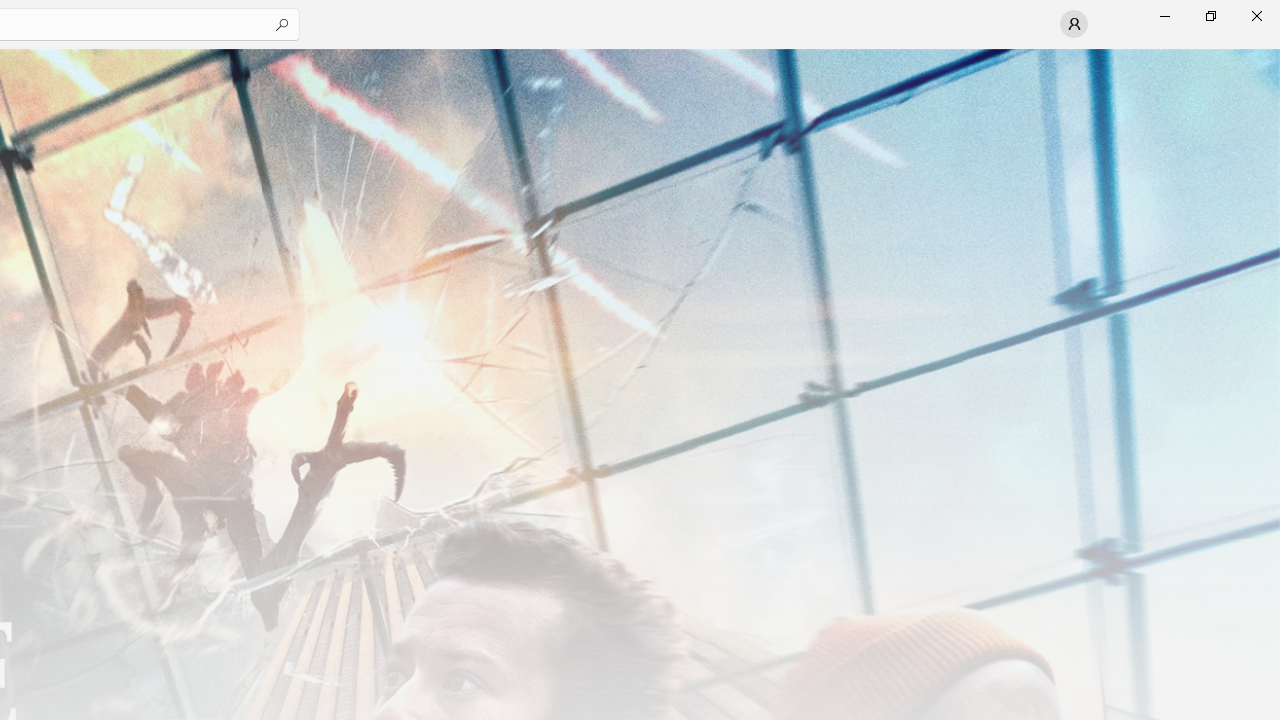 This screenshot has height=720, width=1280. I want to click on 'Minimize Microsoft Store', so click(1164, 15).